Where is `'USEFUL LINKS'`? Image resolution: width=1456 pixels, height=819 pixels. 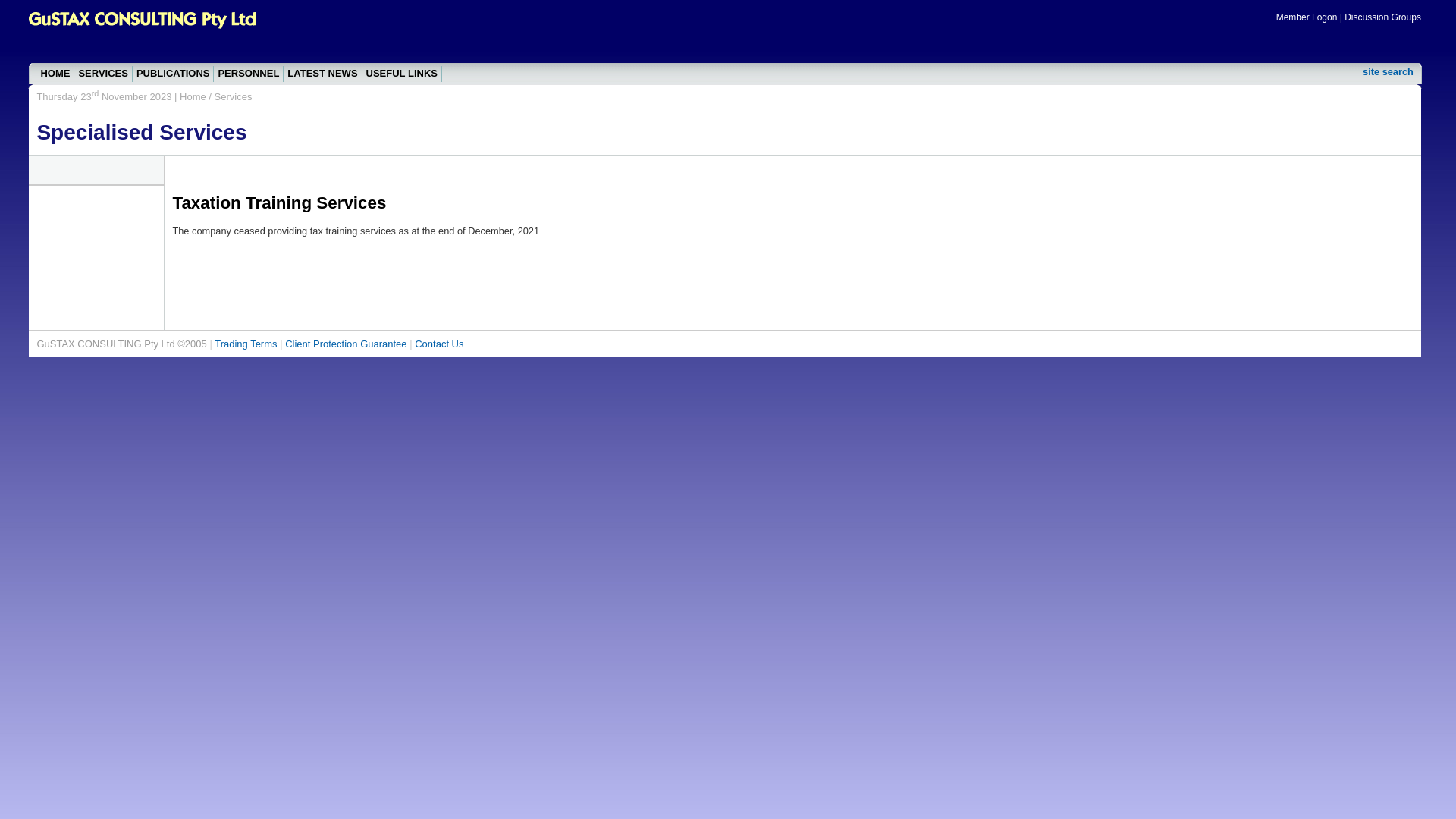
'USEFUL LINKS' is located at coordinates (402, 74).